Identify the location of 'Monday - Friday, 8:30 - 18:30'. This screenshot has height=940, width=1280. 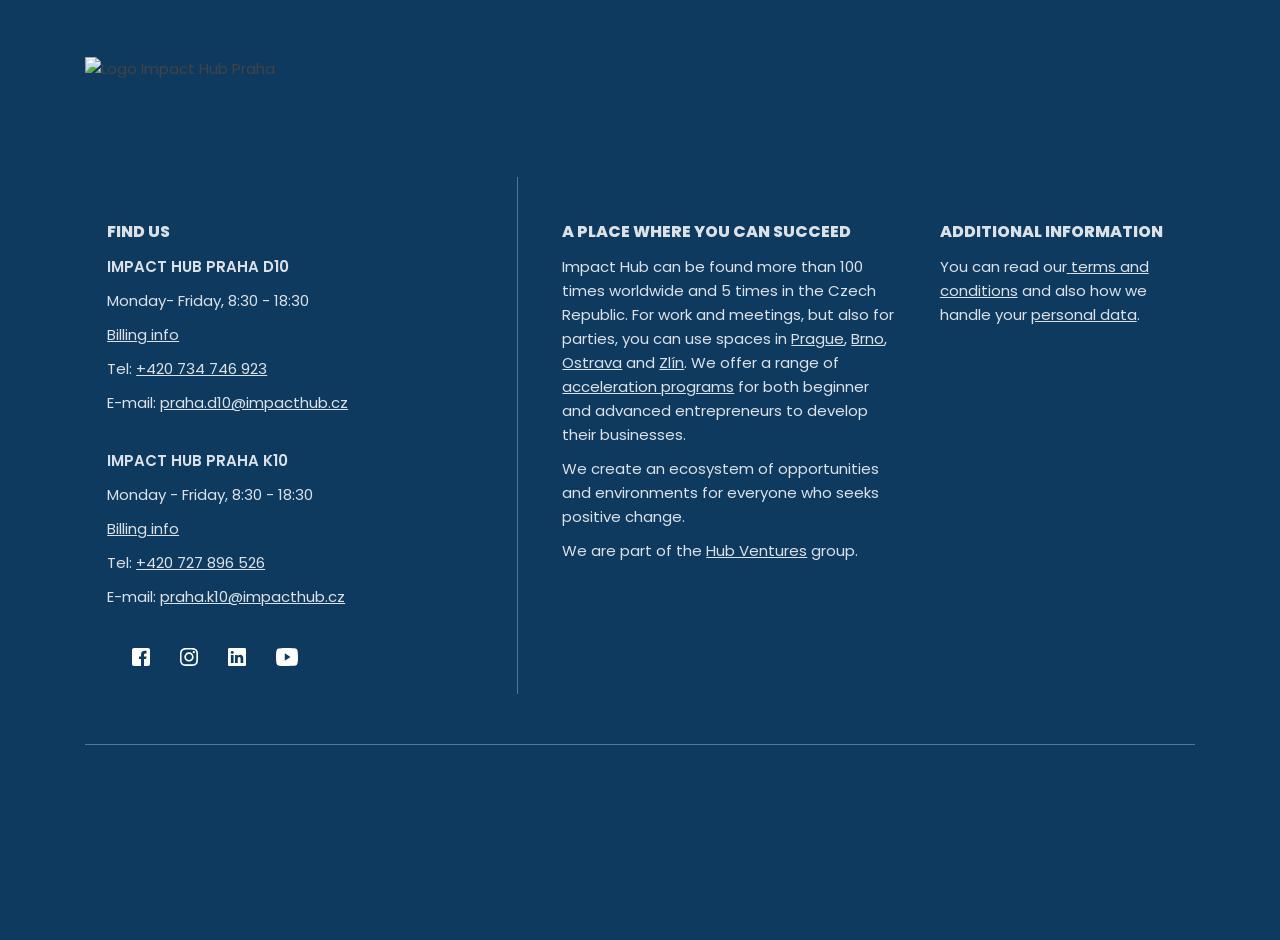
(210, 494).